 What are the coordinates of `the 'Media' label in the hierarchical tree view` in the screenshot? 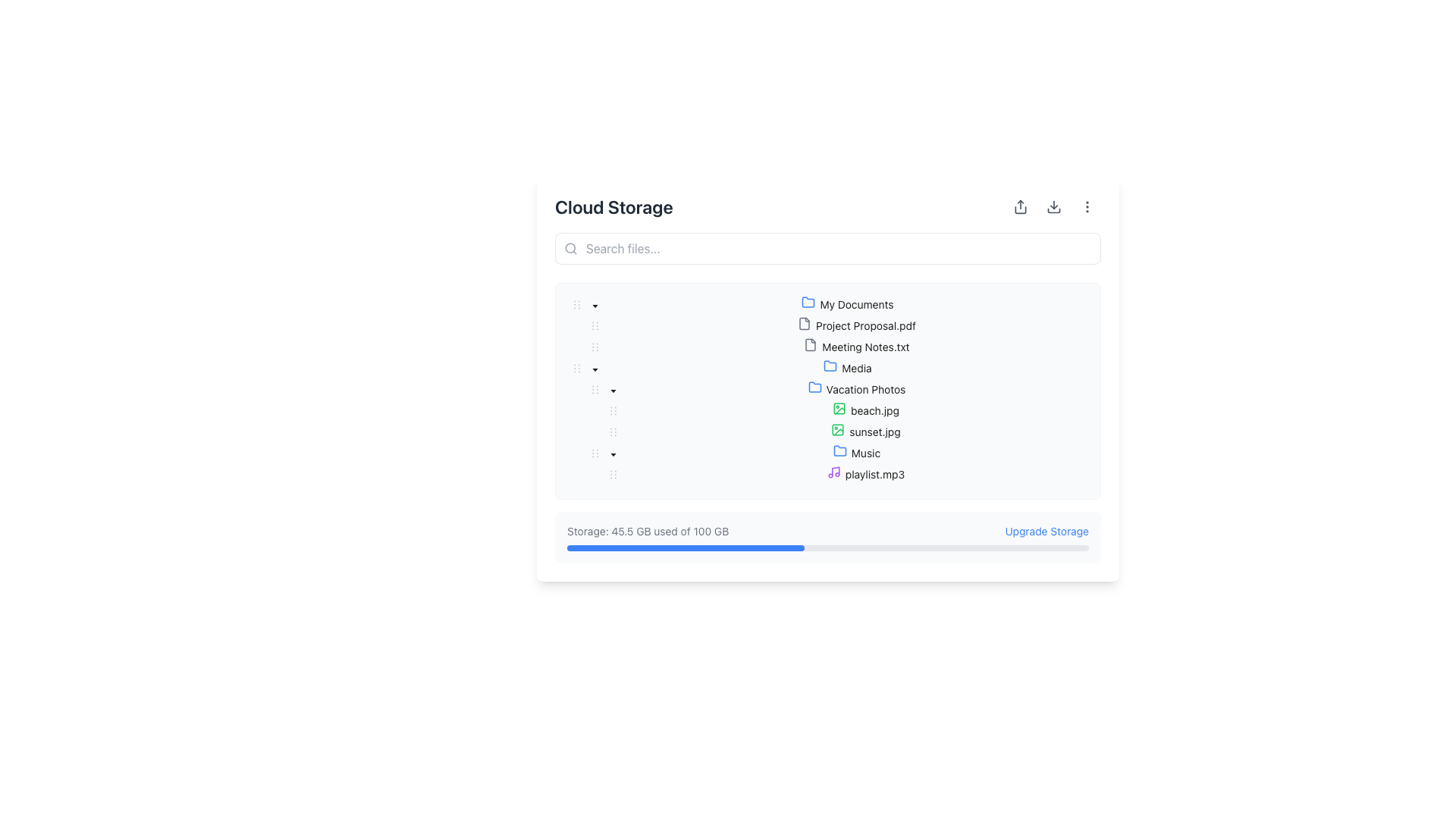 It's located at (856, 368).